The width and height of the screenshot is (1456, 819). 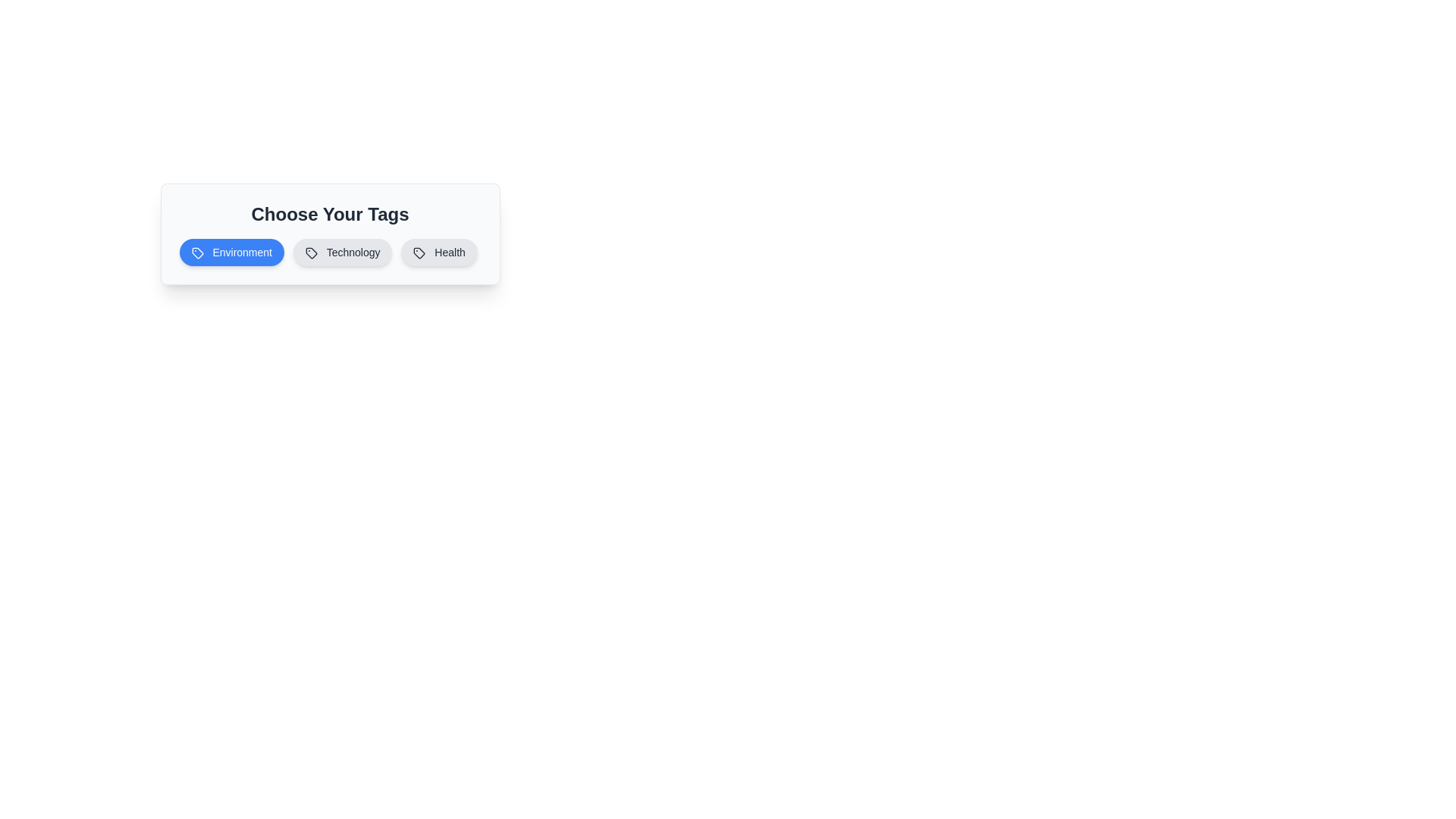 What do you see at coordinates (342, 251) in the screenshot?
I see `the tag labeled Technology` at bounding box center [342, 251].